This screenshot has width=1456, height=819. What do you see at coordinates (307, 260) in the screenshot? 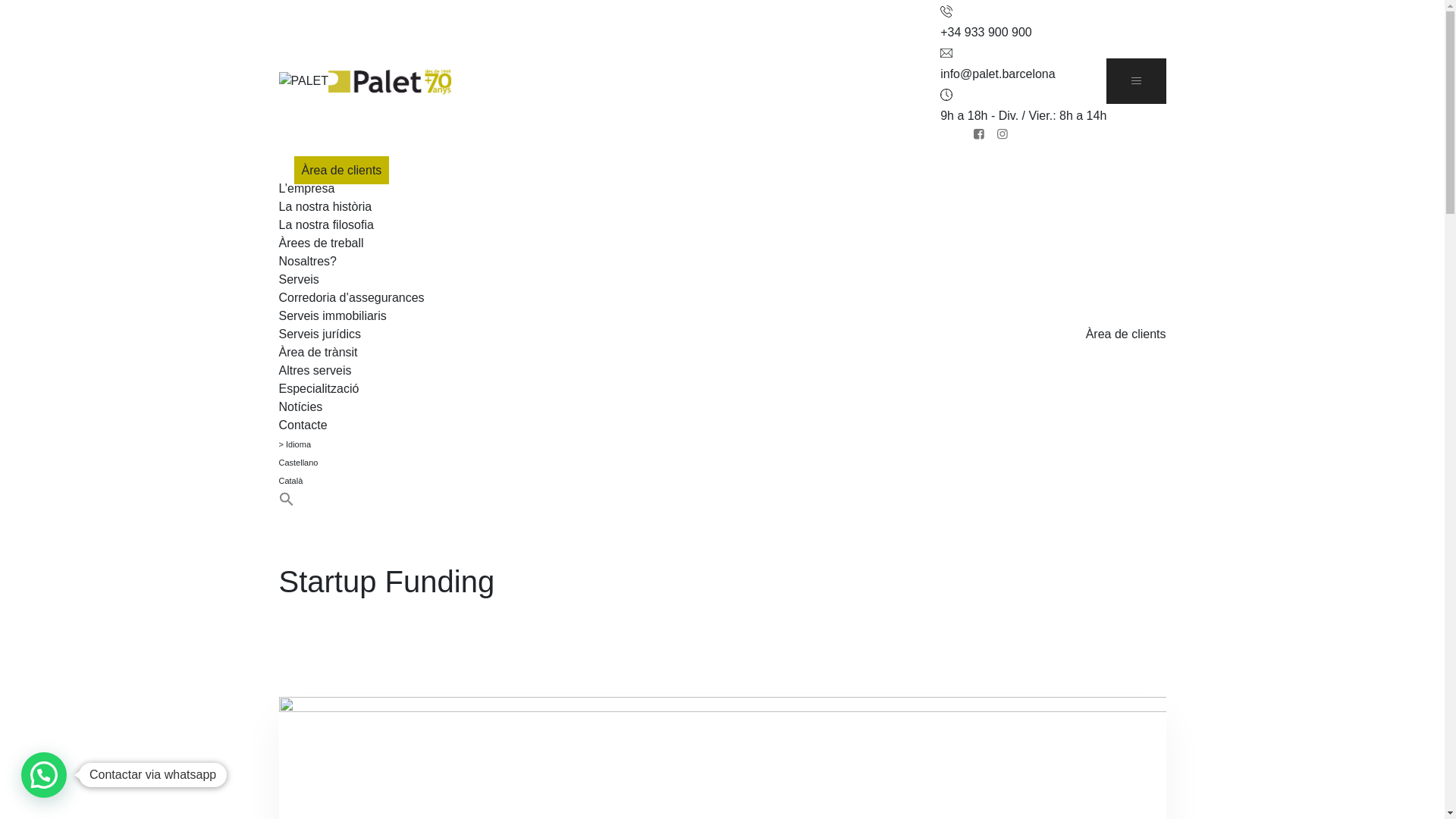
I see `'Nosaltres?'` at bounding box center [307, 260].